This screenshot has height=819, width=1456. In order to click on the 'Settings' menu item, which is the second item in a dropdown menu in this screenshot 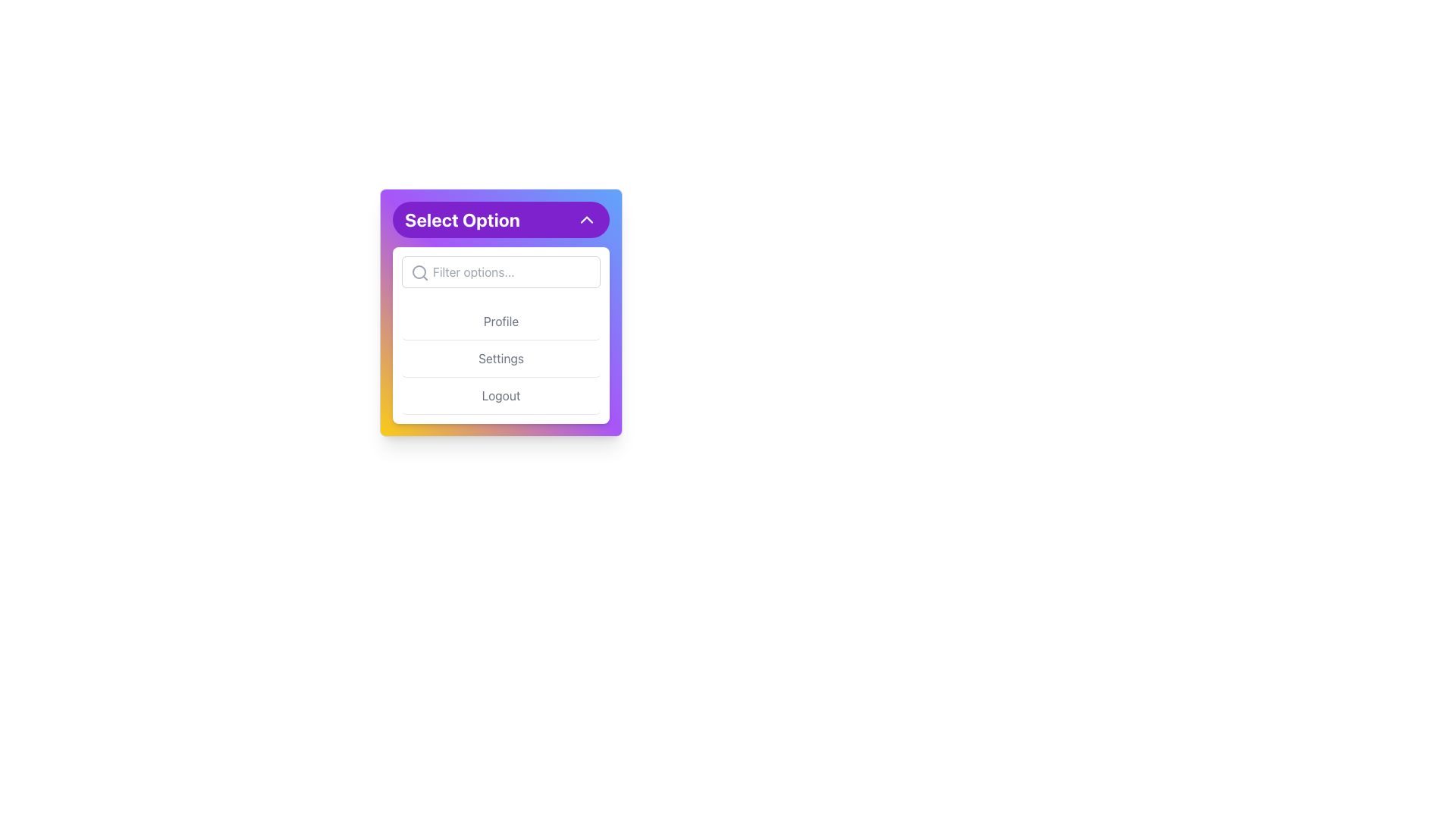, I will do `click(501, 359)`.